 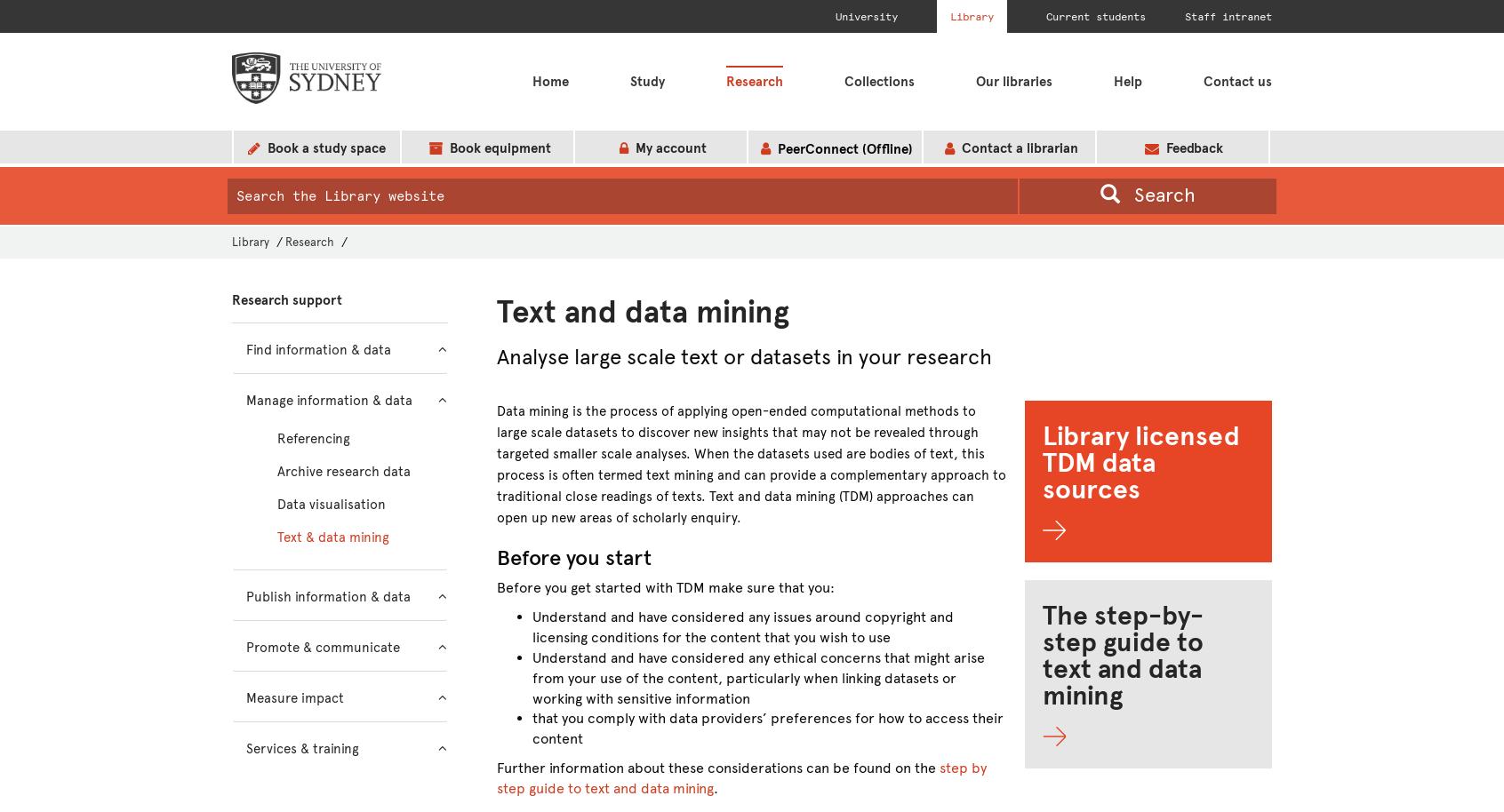 I want to click on 'Home', so click(x=530, y=82).